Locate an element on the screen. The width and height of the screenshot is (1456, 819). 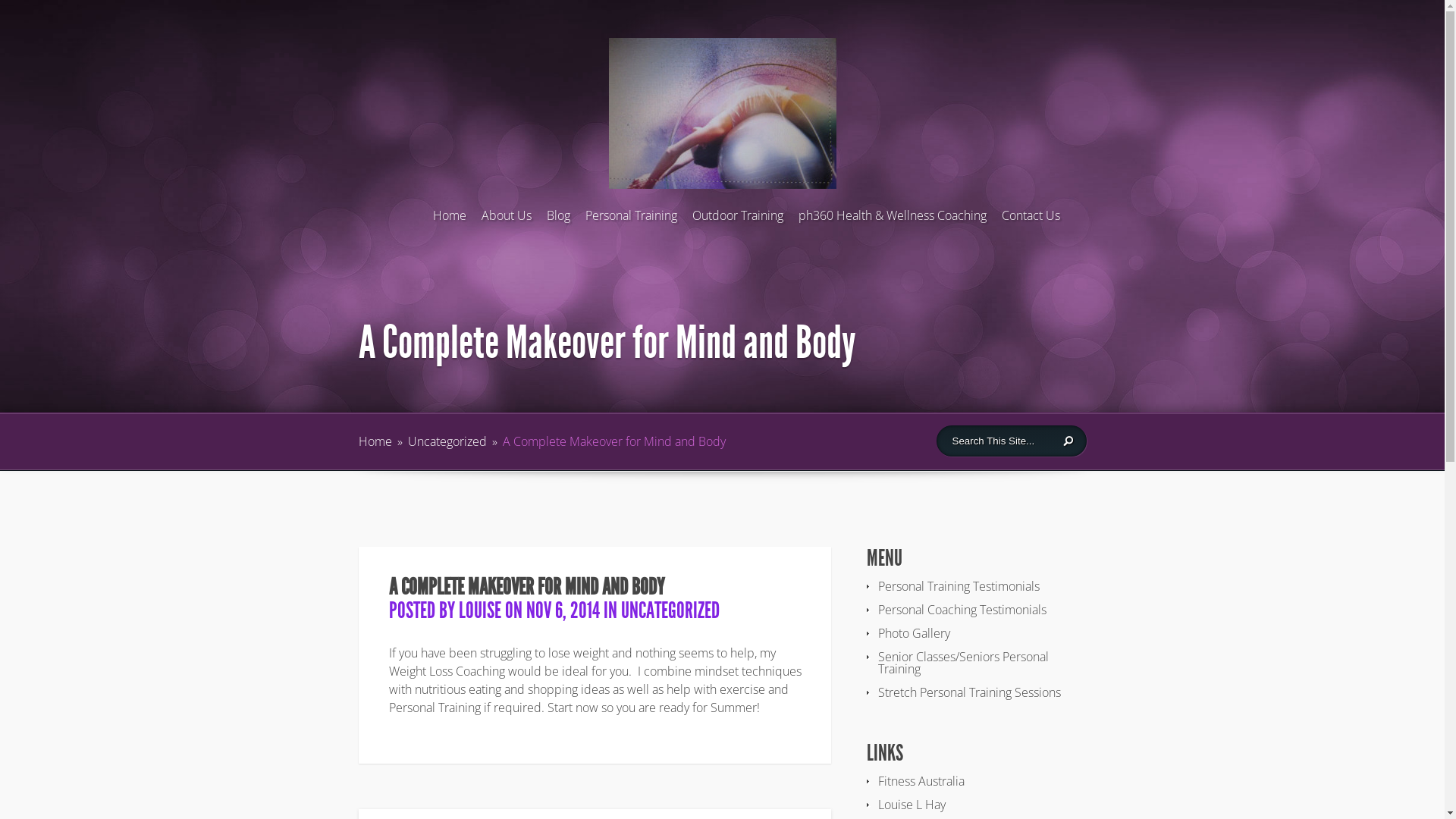
'Outdoor Training' is located at coordinates (736, 219).